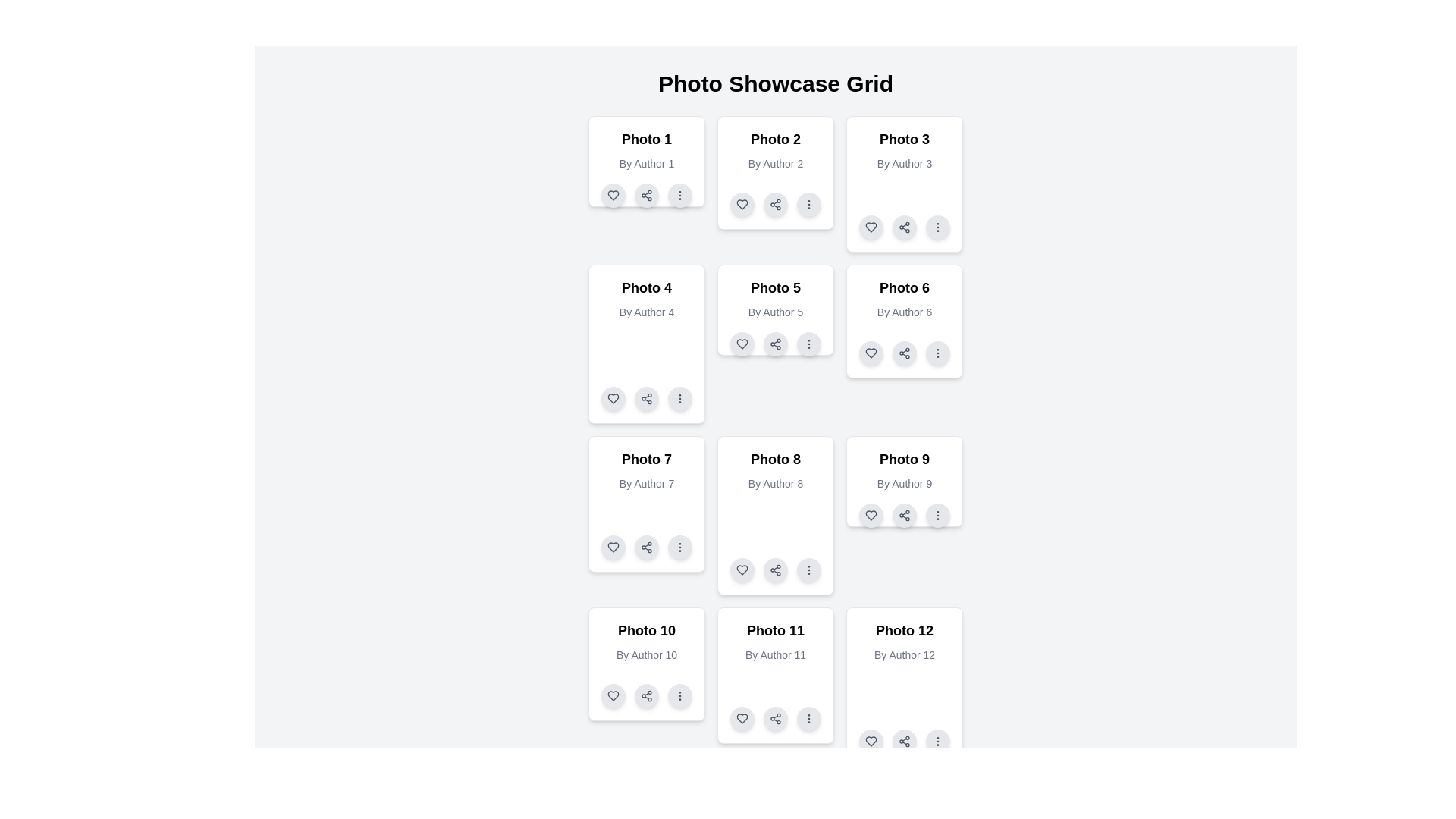 The width and height of the screenshot is (1456, 819). What do you see at coordinates (775, 718) in the screenshot?
I see `the circular button with a light gray background and a network icon at the bottom of the card labeled 'Photo 11' to initiate the share action` at bounding box center [775, 718].